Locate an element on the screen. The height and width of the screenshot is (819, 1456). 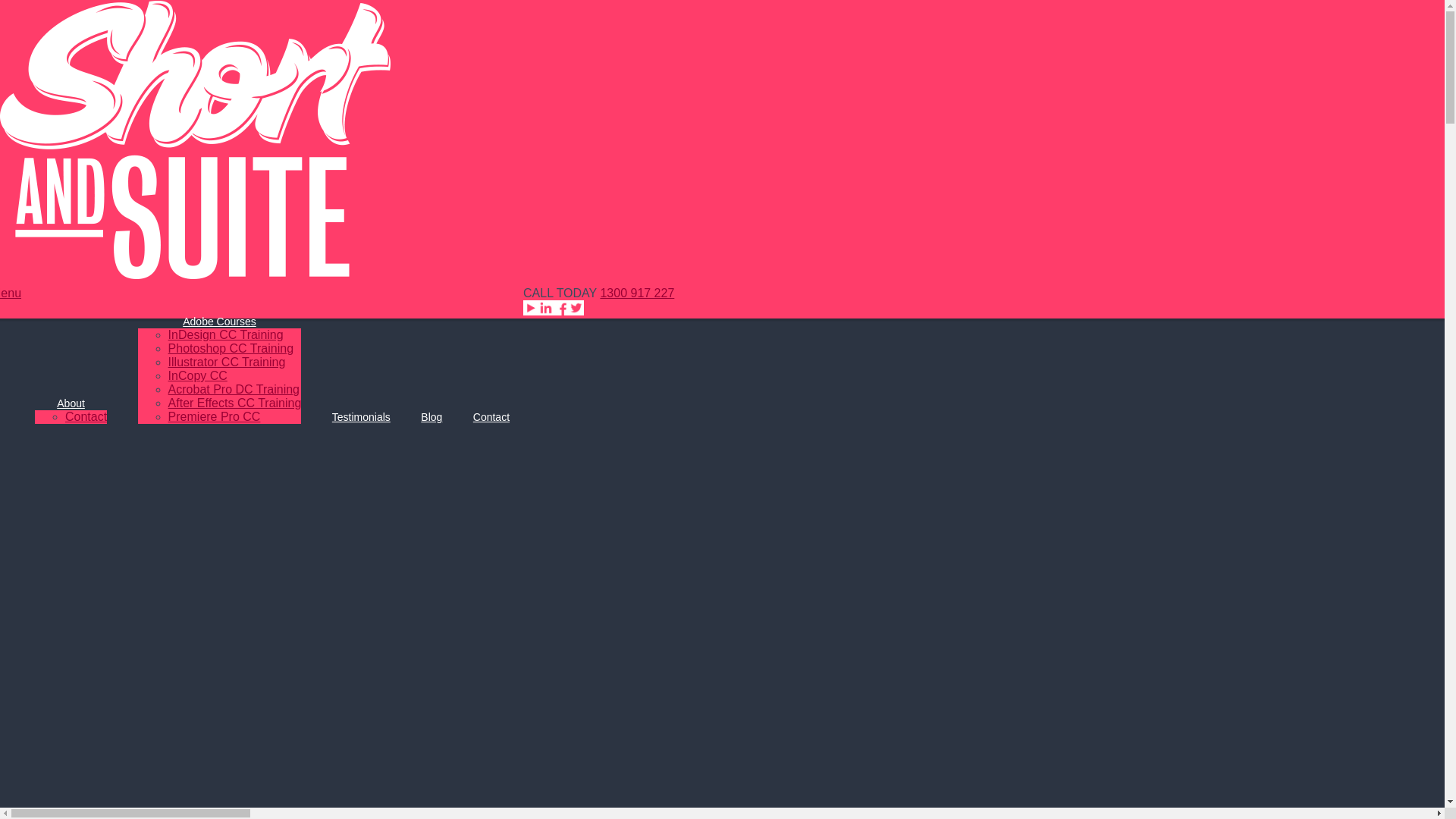
'InCopy CC' is located at coordinates (196, 375).